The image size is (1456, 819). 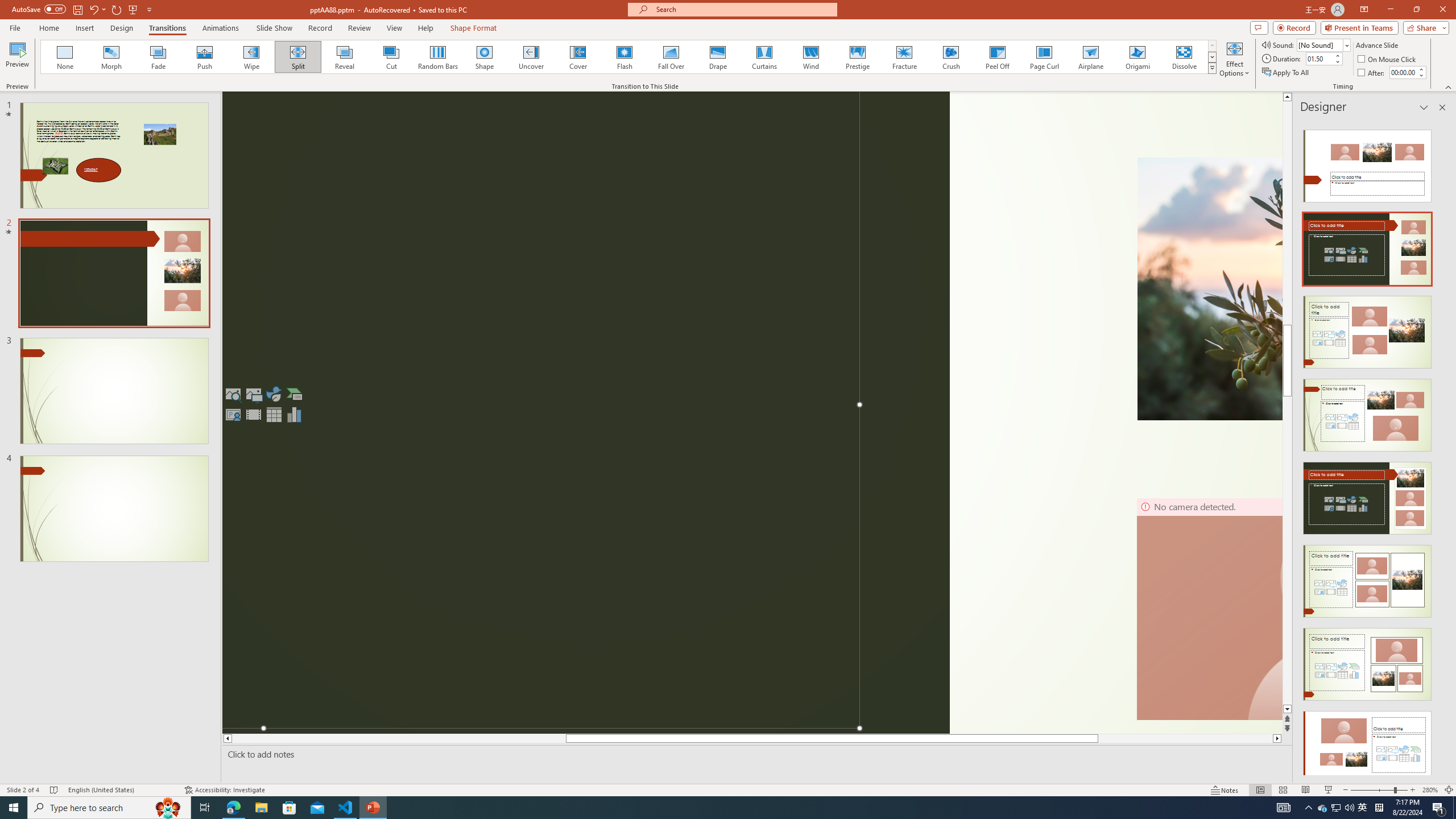 I want to click on 'Class: NetUIScrollBar', so click(x=1441, y=447).